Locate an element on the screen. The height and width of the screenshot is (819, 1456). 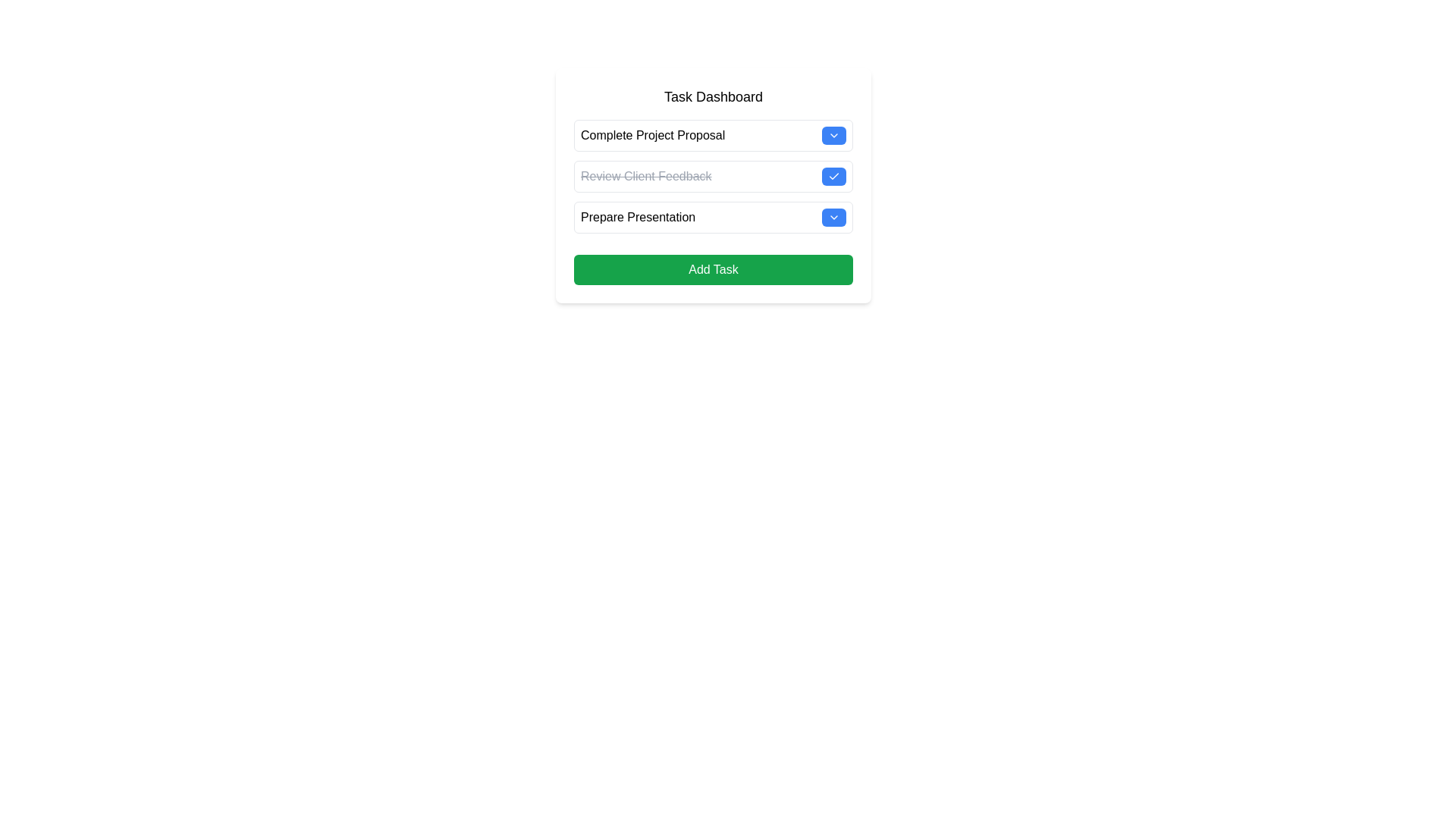
the text label that describes the task 'Complete Project Proposal' in the Task Dashboard, which is the first item in the list is located at coordinates (653, 134).